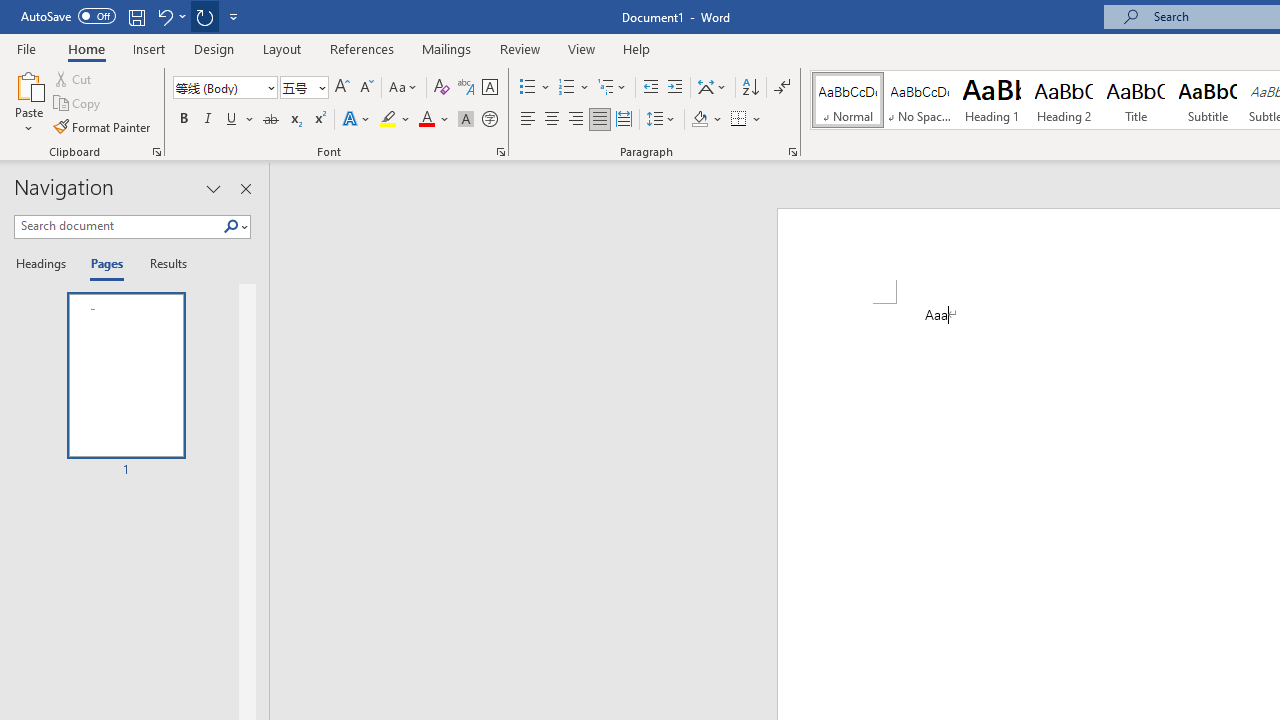  Describe the element at coordinates (675, 86) in the screenshot. I see `'Increase Indent'` at that location.